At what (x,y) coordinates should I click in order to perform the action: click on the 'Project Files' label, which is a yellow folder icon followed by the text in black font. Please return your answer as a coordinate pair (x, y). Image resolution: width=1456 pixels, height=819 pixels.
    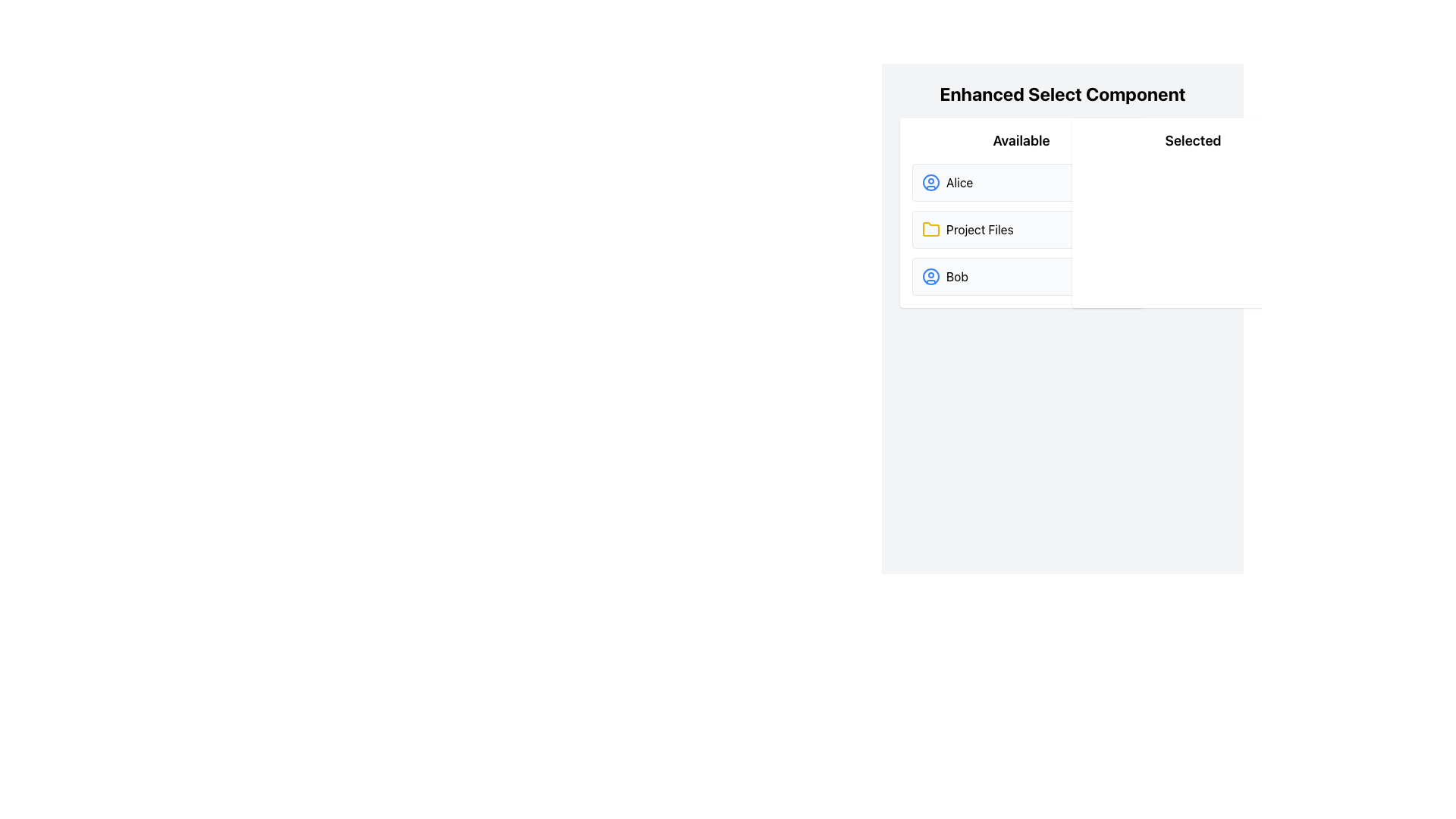
    Looking at the image, I should click on (967, 230).